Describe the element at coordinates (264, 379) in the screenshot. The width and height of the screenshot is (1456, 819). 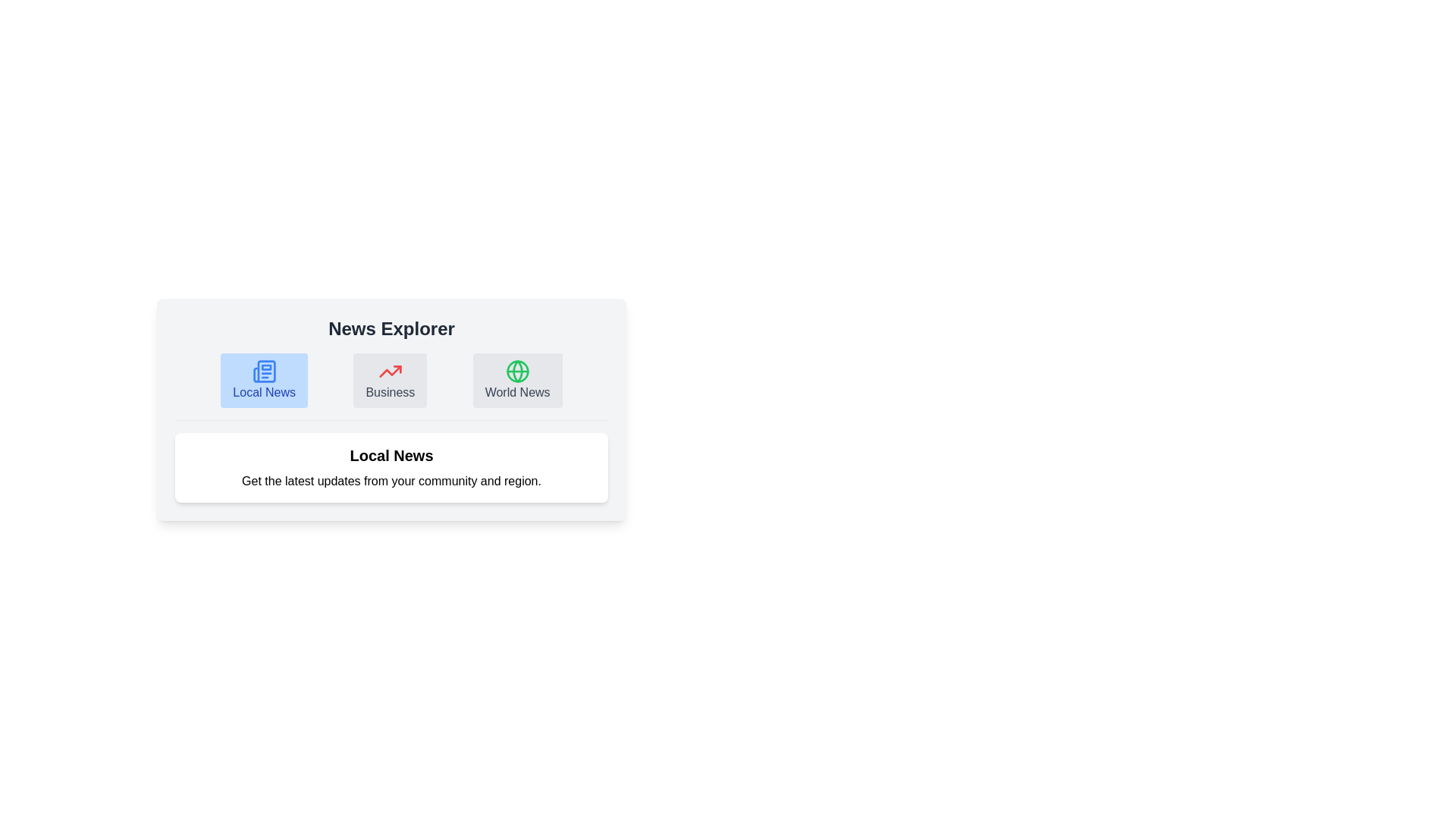
I see `the Local News tab` at that location.